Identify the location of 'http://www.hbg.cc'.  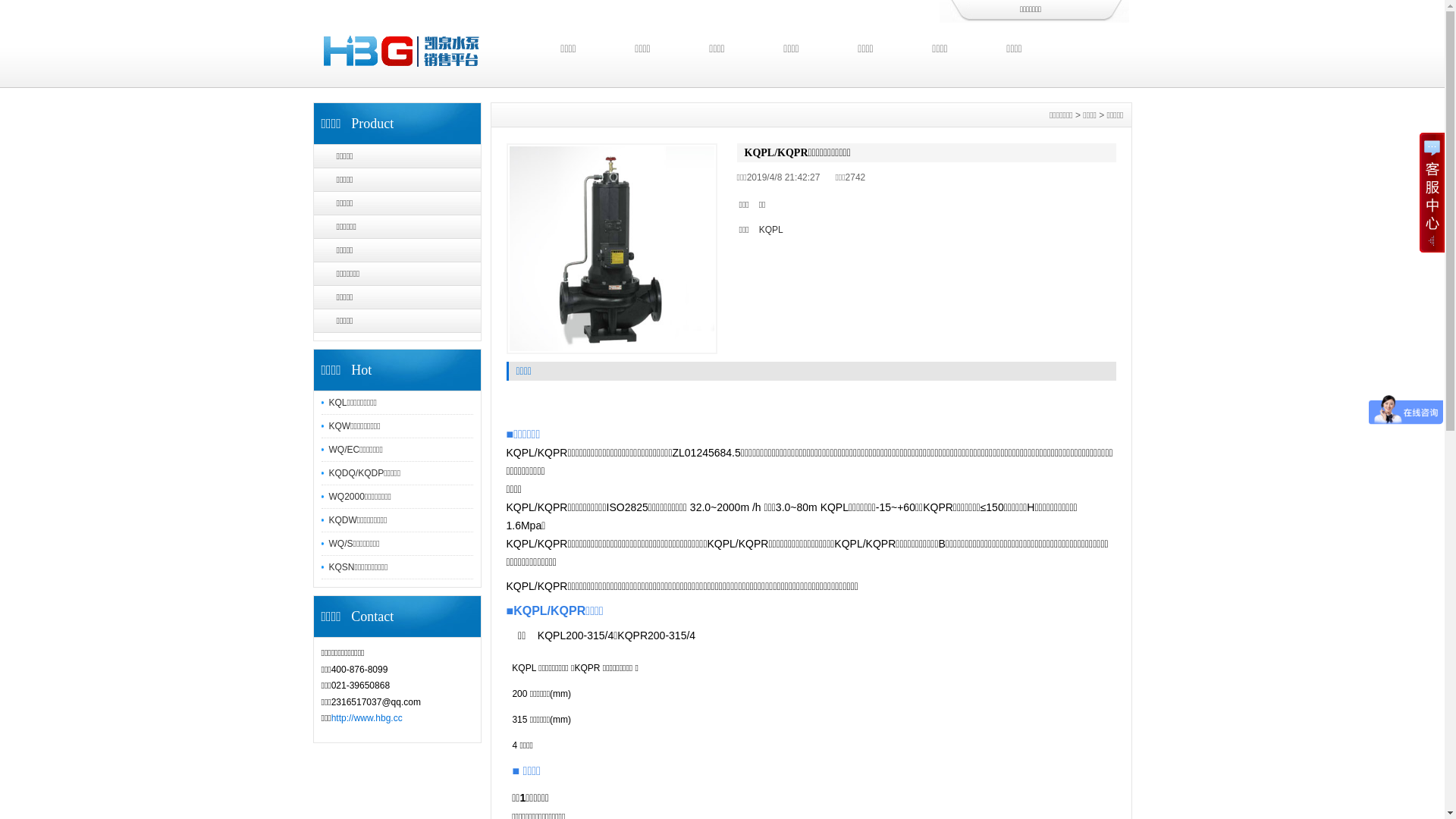
(367, 717).